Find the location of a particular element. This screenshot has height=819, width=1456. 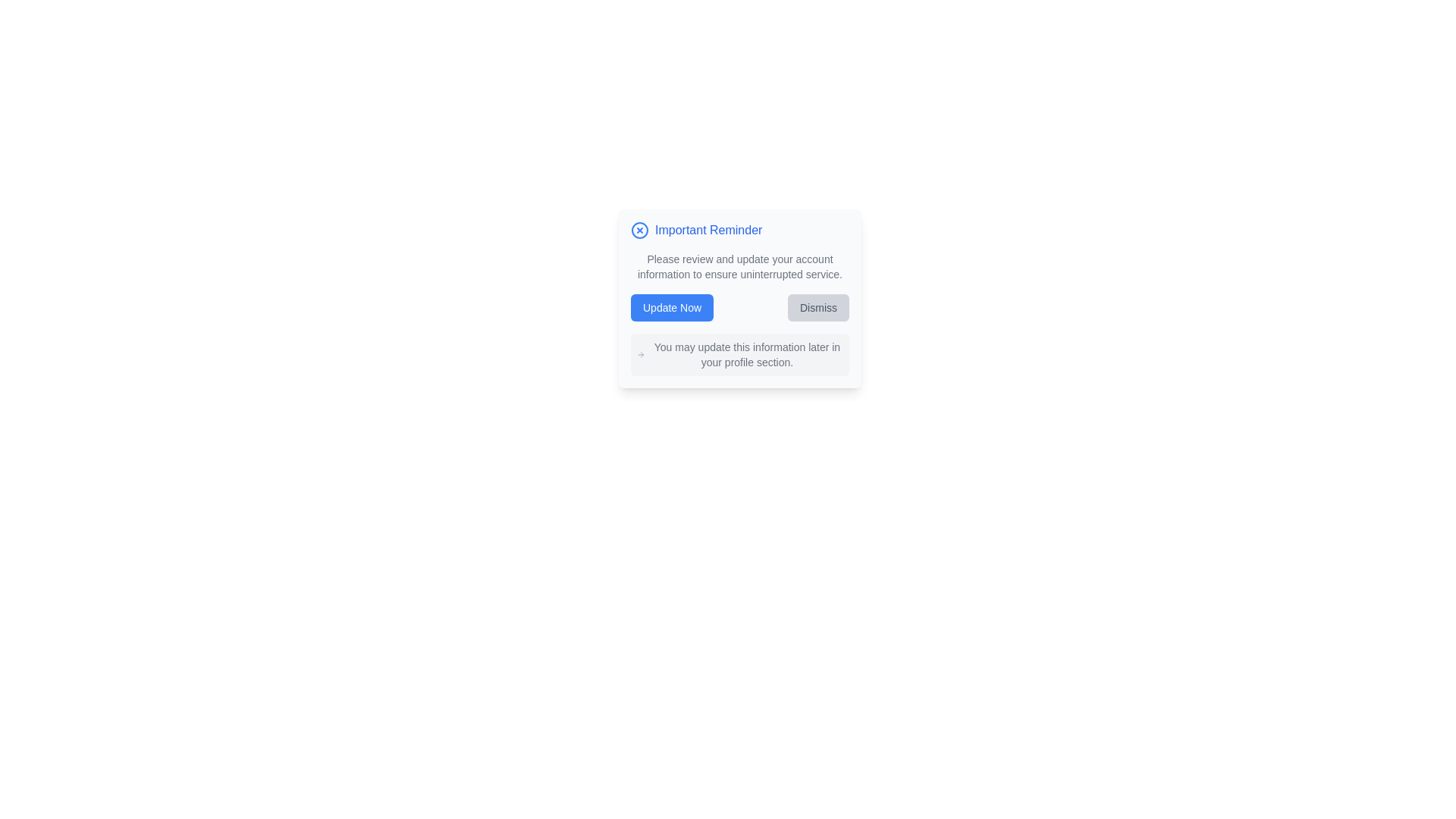

the informative text snippet that reads 'Please review and update your account information to ensure uninterrupted service.' which is positioned below the 'Important Reminder' header and above the 'Update Now' and 'Dismiss' buttons is located at coordinates (739, 265).